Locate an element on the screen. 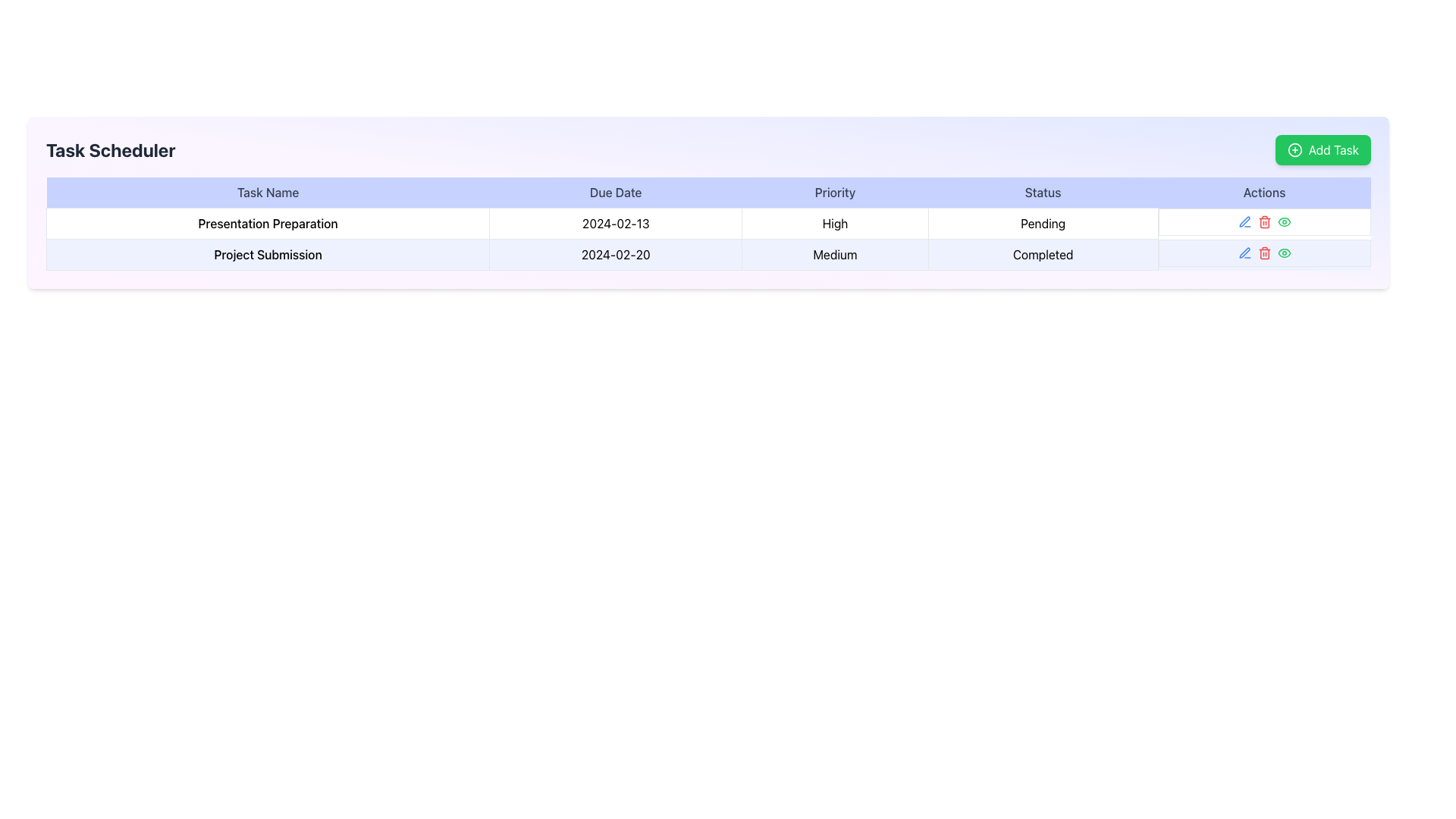  the Table Header Cell labeled 'Priority' with a blue background and centered black text, which is the third column header in the table is located at coordinates (834, 192).